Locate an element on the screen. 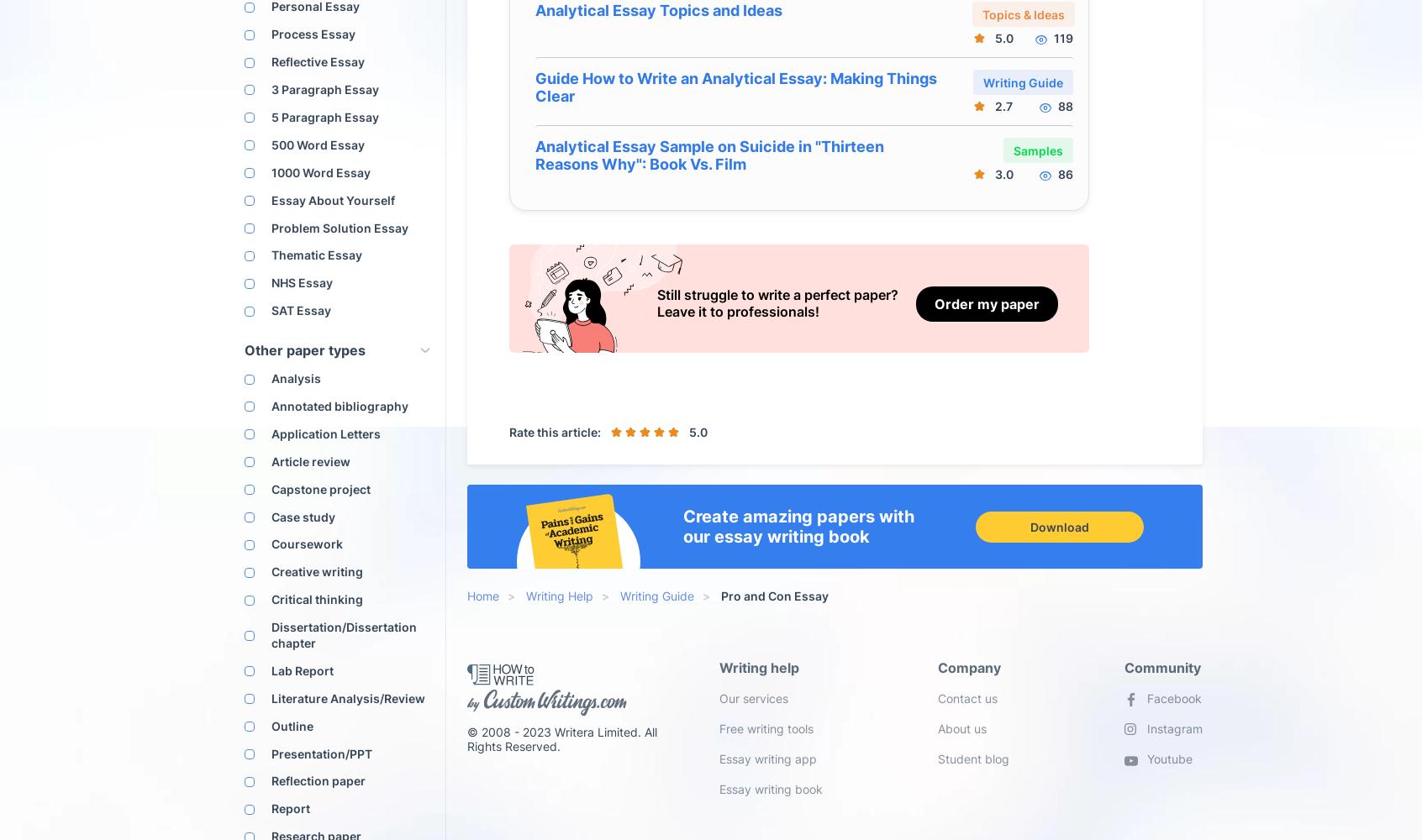 Image resolution: width=1422 pixels, height=840 pixels. '5 Paragraph Essay' is located at coordinates (324, 116).